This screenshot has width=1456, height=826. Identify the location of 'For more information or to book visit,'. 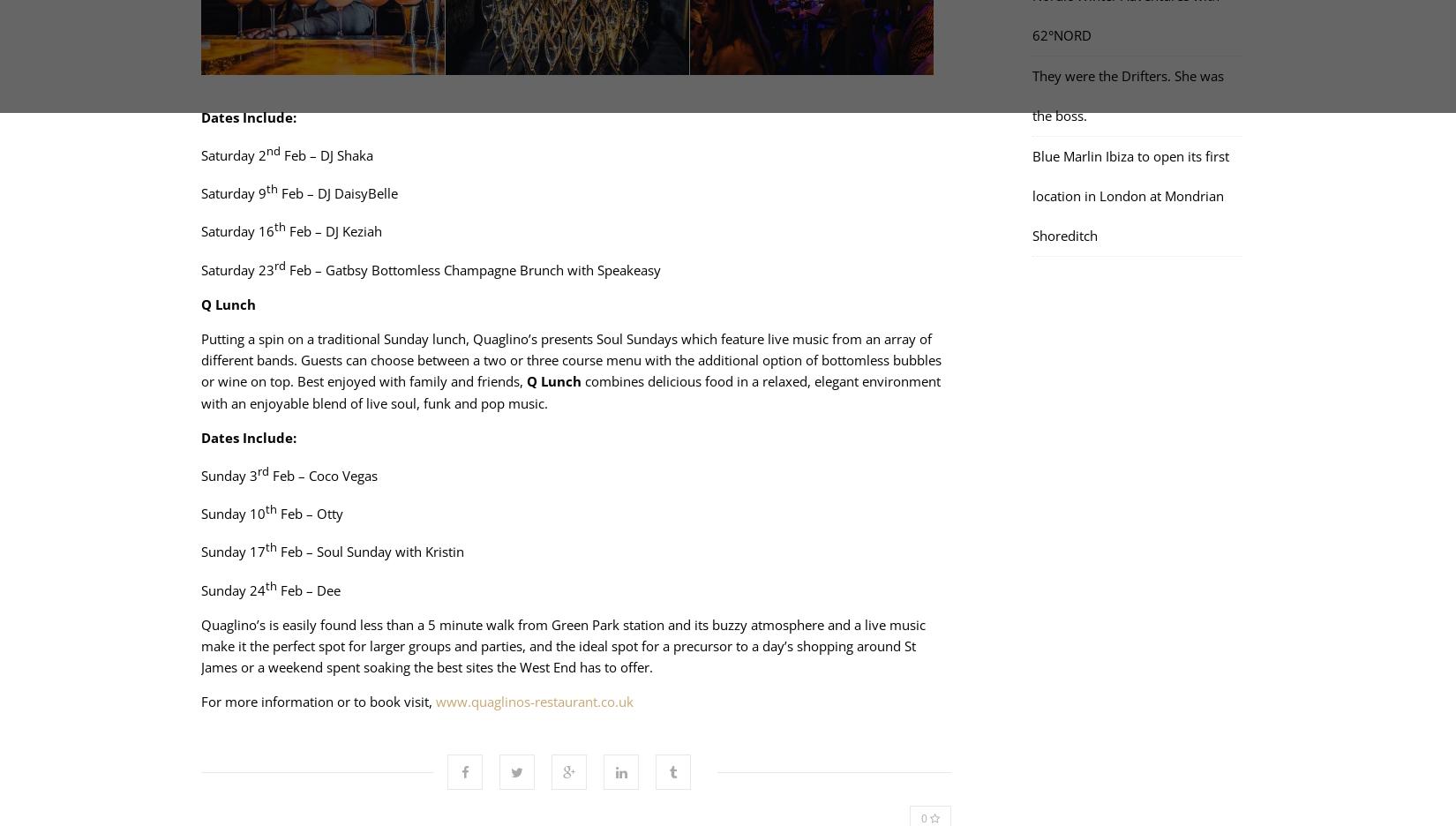
(318, 701).